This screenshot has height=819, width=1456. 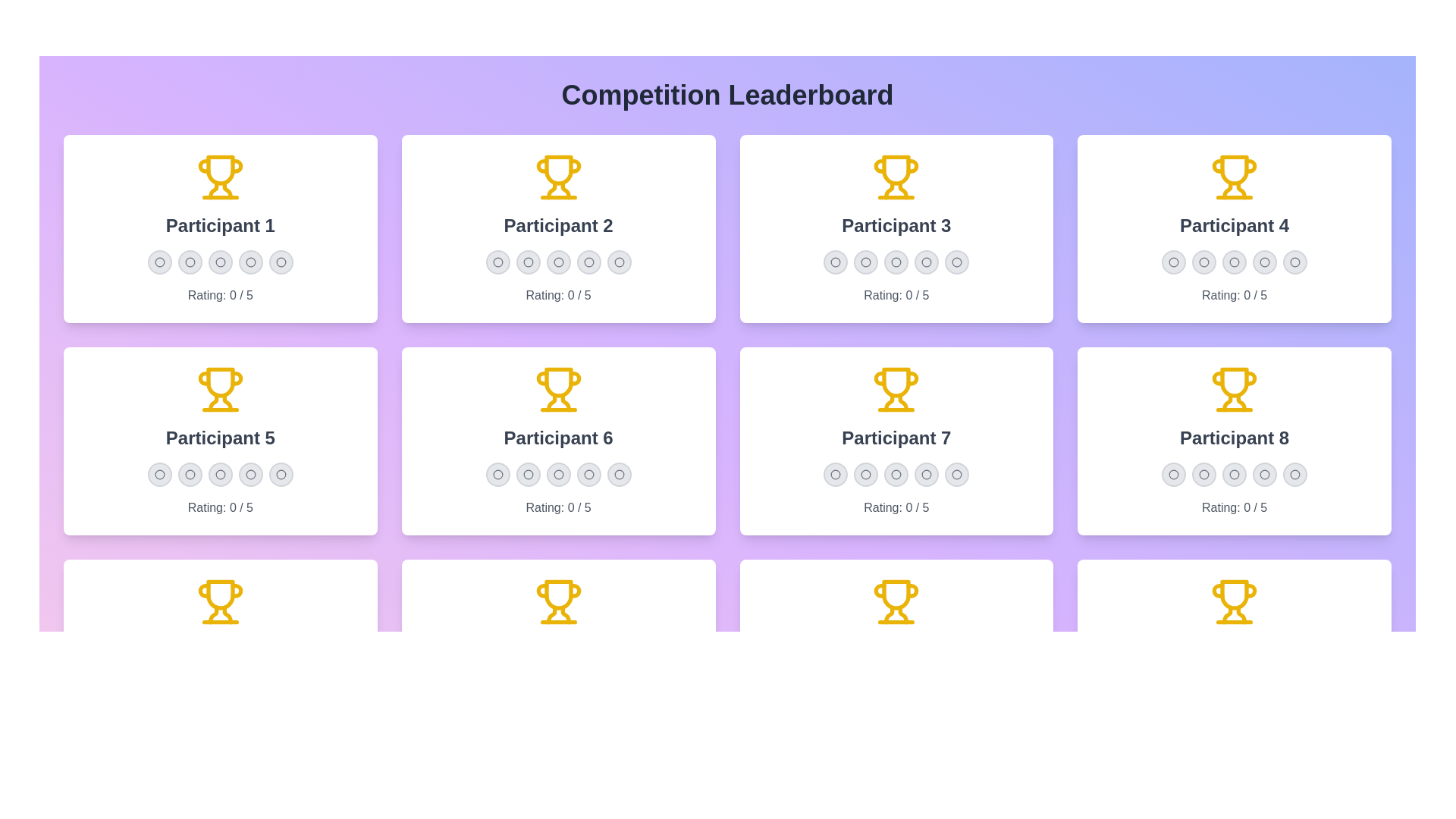 I want to click on the header of the leaderboard to interact with it, so click(x=726, y=96).